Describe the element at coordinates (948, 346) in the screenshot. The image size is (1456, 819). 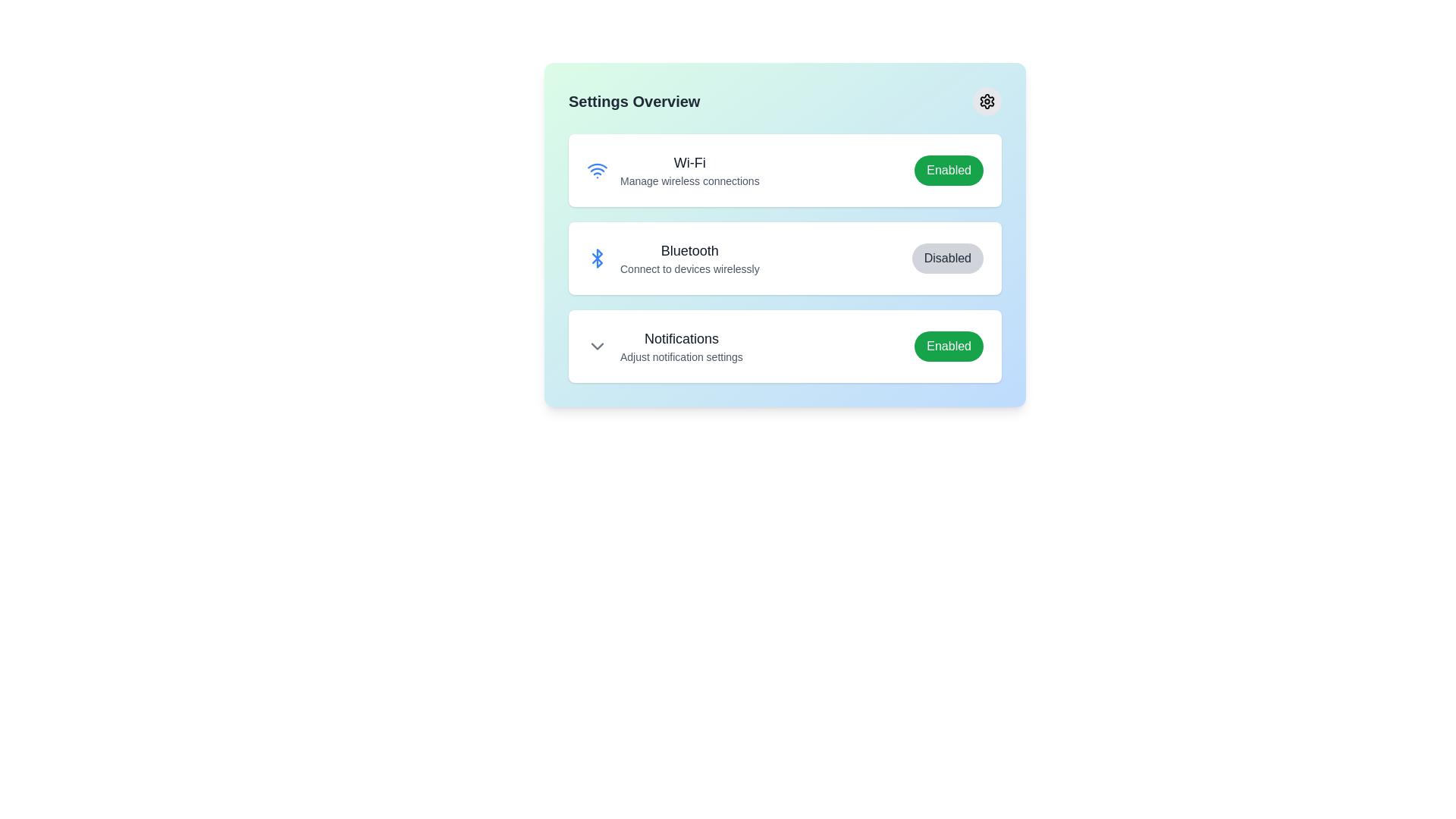
I see `the button labeled Notifications to reveal its hover effect` at that location.